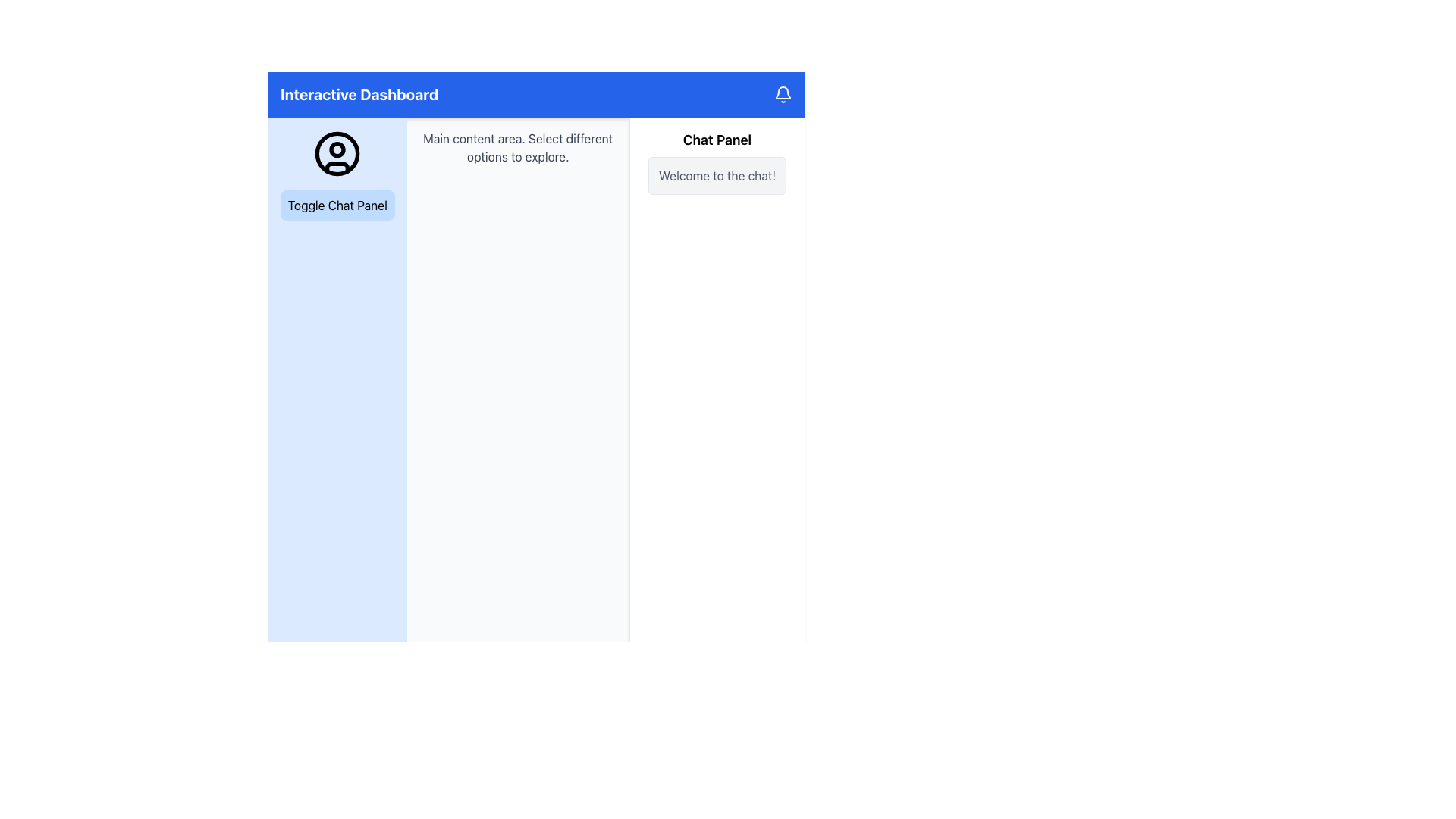 The width and height of the screenshot is (1456, 819). What do you see at coordinates (337, 168) in the screenshot?
I see `the decorative curved line resembling a smile located at the bottom of the circular user icon on the left side of the dashboard` at bounding box center [337, 168].